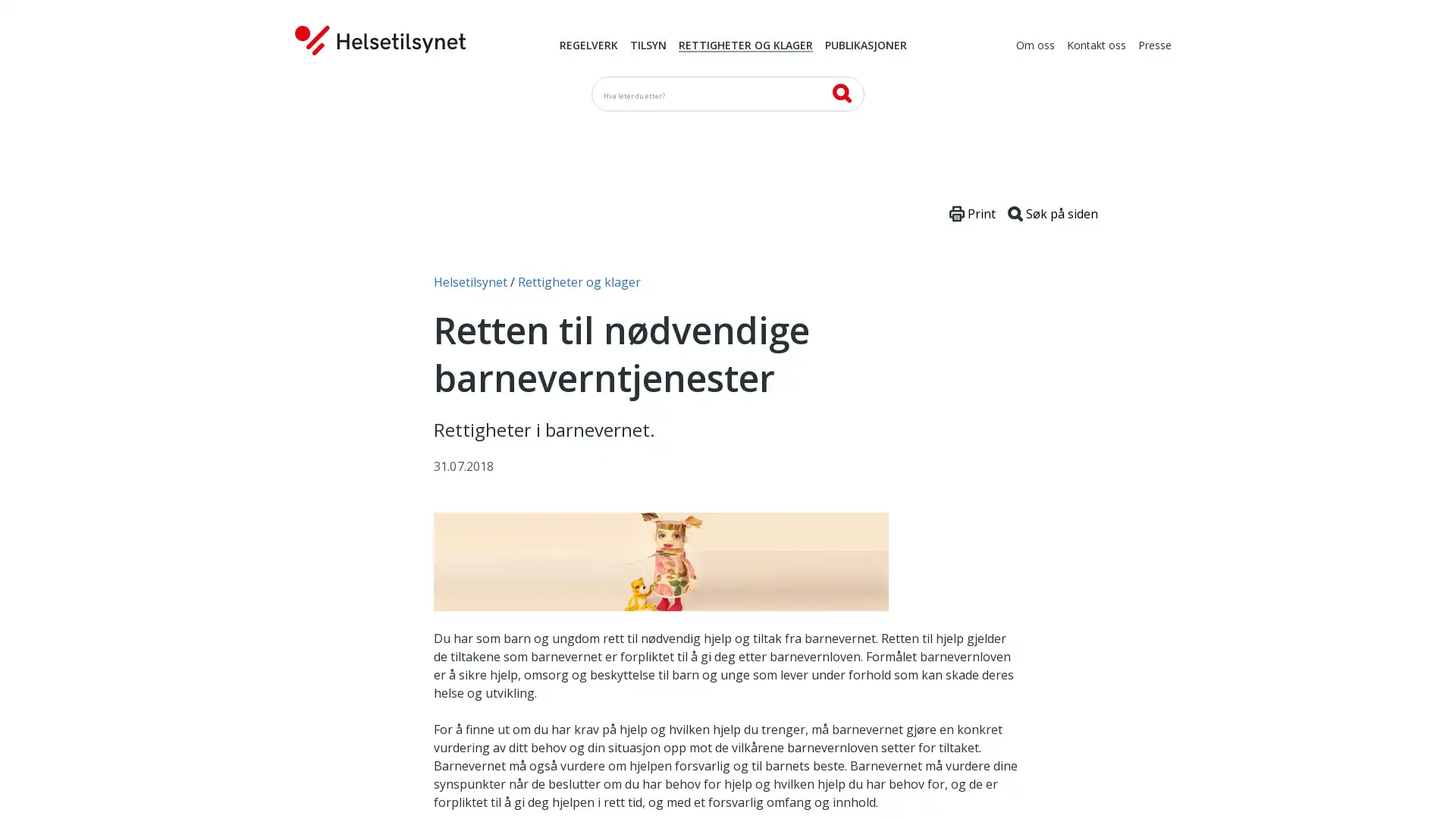  What do you see at coordinates (840, 93) in the screenshot?
I see `SK` at bounding box center [840, 93].